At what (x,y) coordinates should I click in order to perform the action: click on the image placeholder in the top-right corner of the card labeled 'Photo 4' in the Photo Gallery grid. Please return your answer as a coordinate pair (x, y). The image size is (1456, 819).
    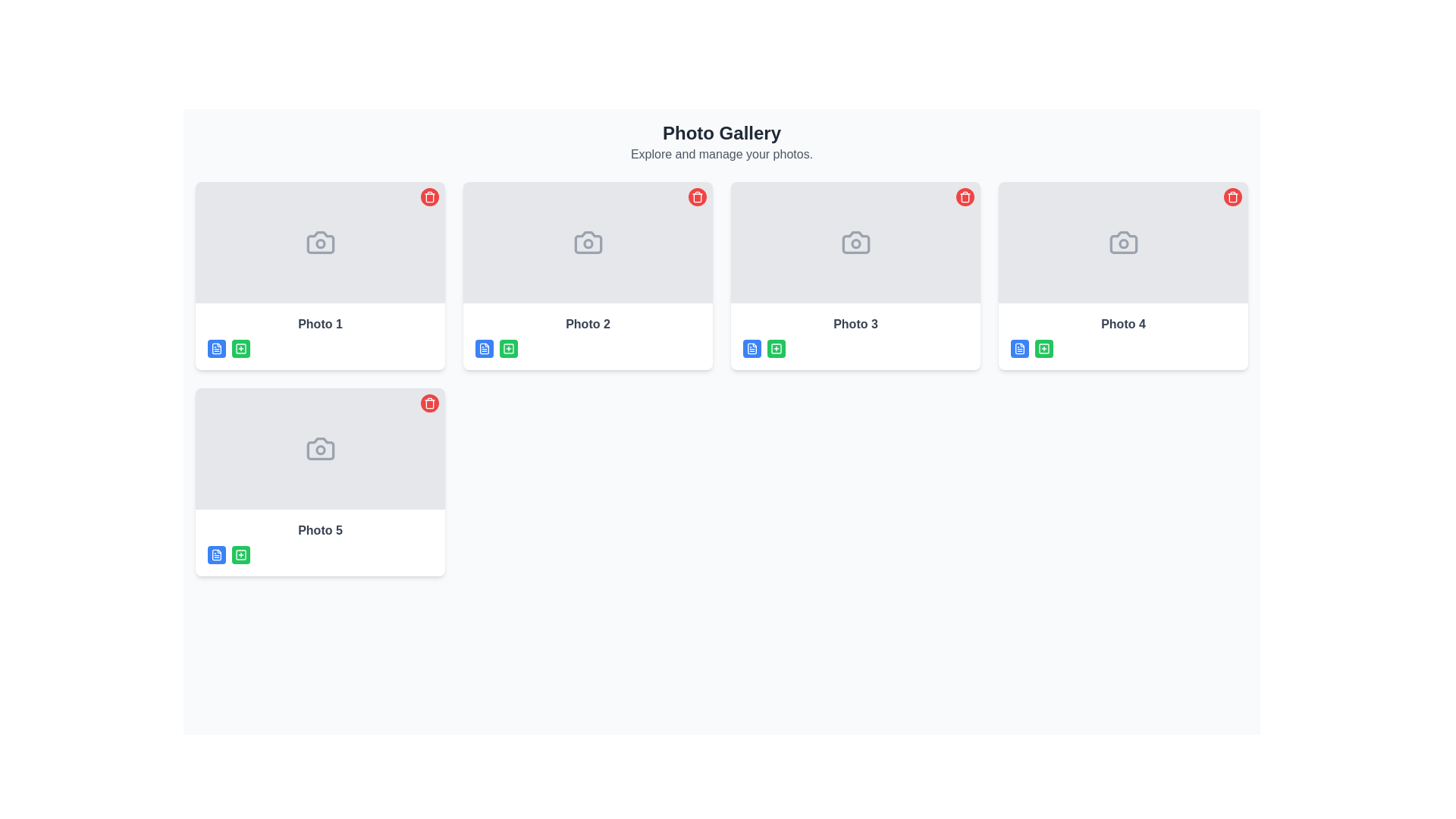
    Looking at the image, I should click on (1123, 242).